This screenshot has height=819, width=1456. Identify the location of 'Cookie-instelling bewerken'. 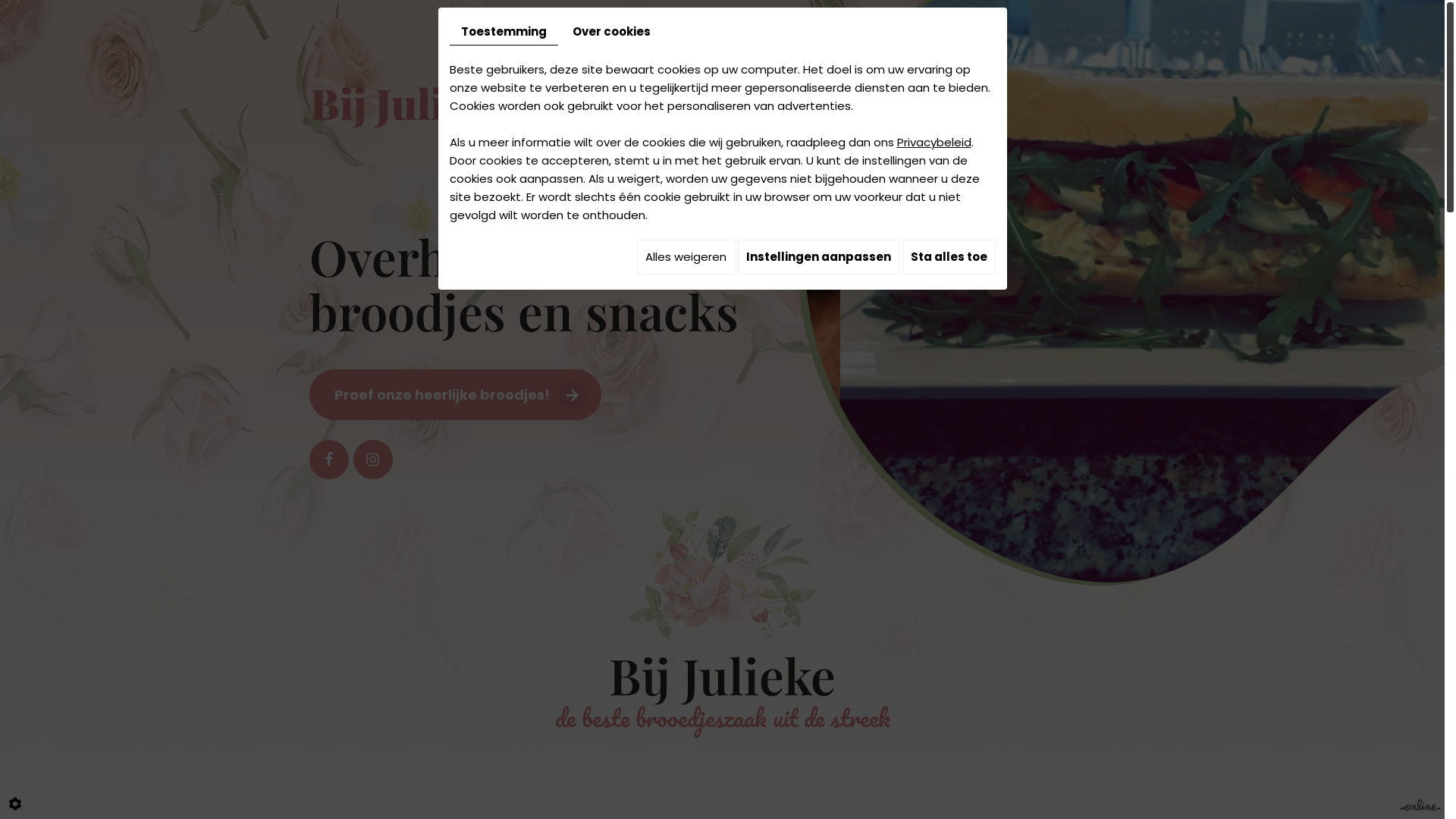
(3, 803).